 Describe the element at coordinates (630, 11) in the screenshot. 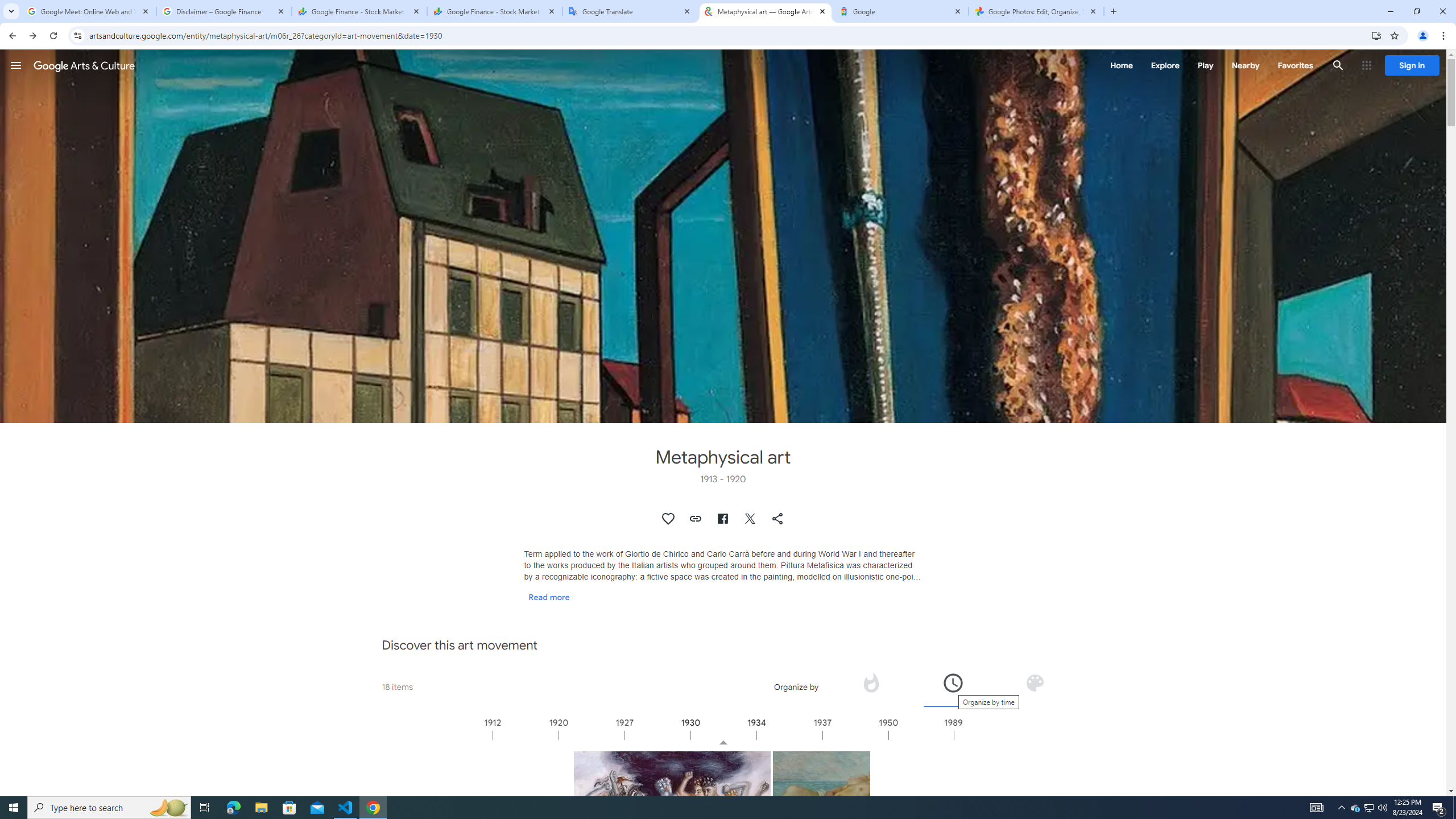

I see `'Google Translate'` at that location.